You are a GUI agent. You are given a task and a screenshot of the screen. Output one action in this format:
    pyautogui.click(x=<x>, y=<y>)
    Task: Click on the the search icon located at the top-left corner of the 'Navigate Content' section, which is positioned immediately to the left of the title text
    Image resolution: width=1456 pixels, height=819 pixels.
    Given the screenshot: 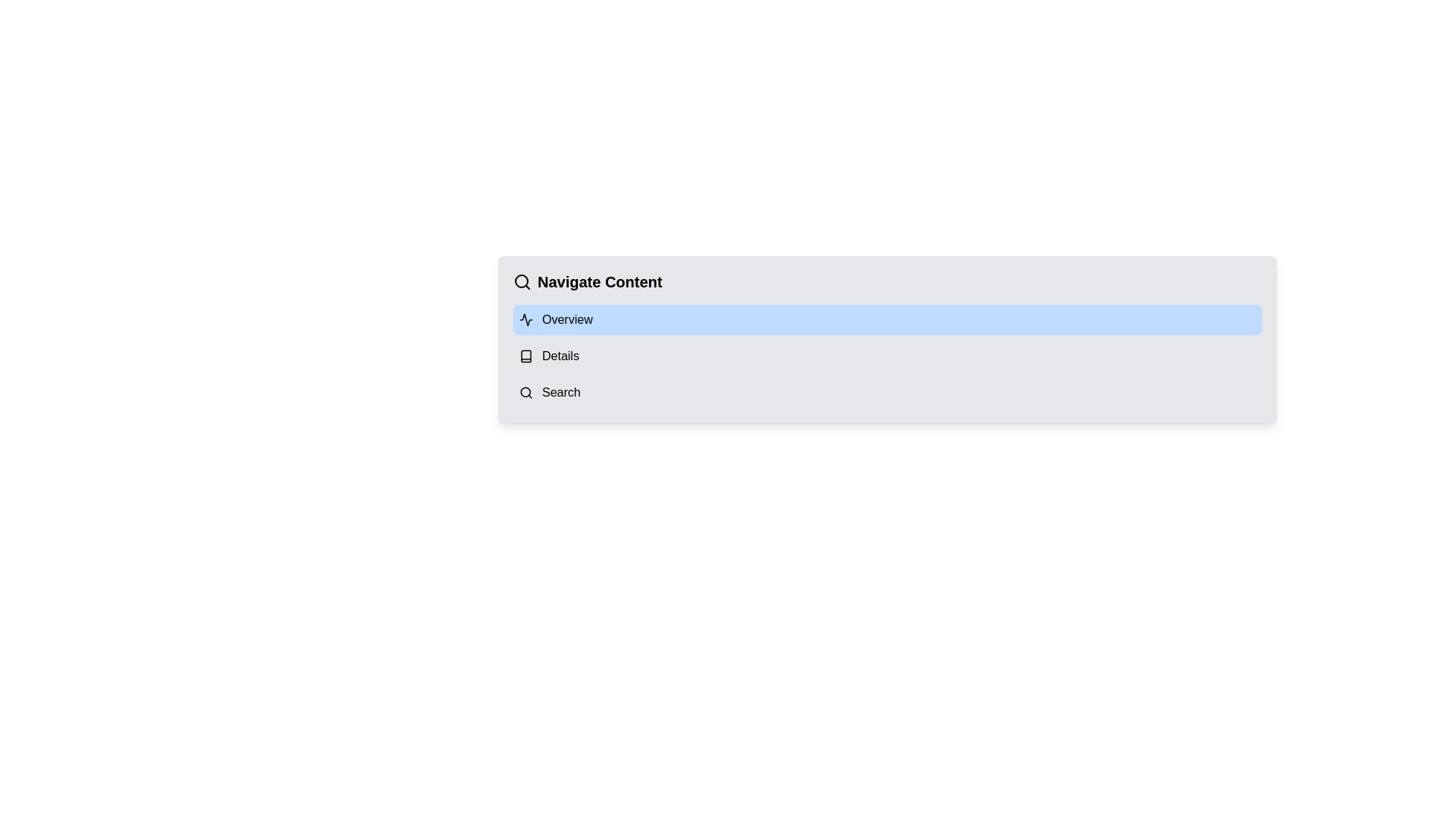 What is the action you would take?
    pyautogui.click(x=522, y=281)
    